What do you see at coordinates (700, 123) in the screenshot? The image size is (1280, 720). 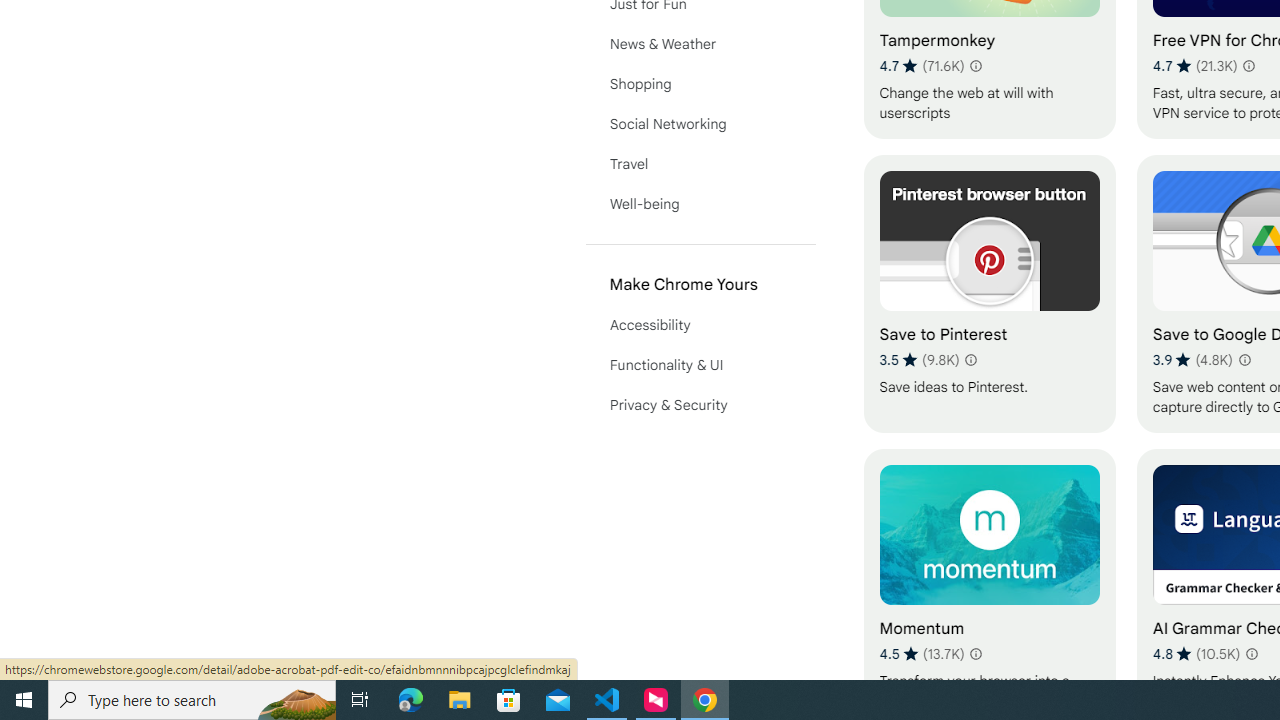 I see `'Social Networking'` at bounding box center [700, 123].